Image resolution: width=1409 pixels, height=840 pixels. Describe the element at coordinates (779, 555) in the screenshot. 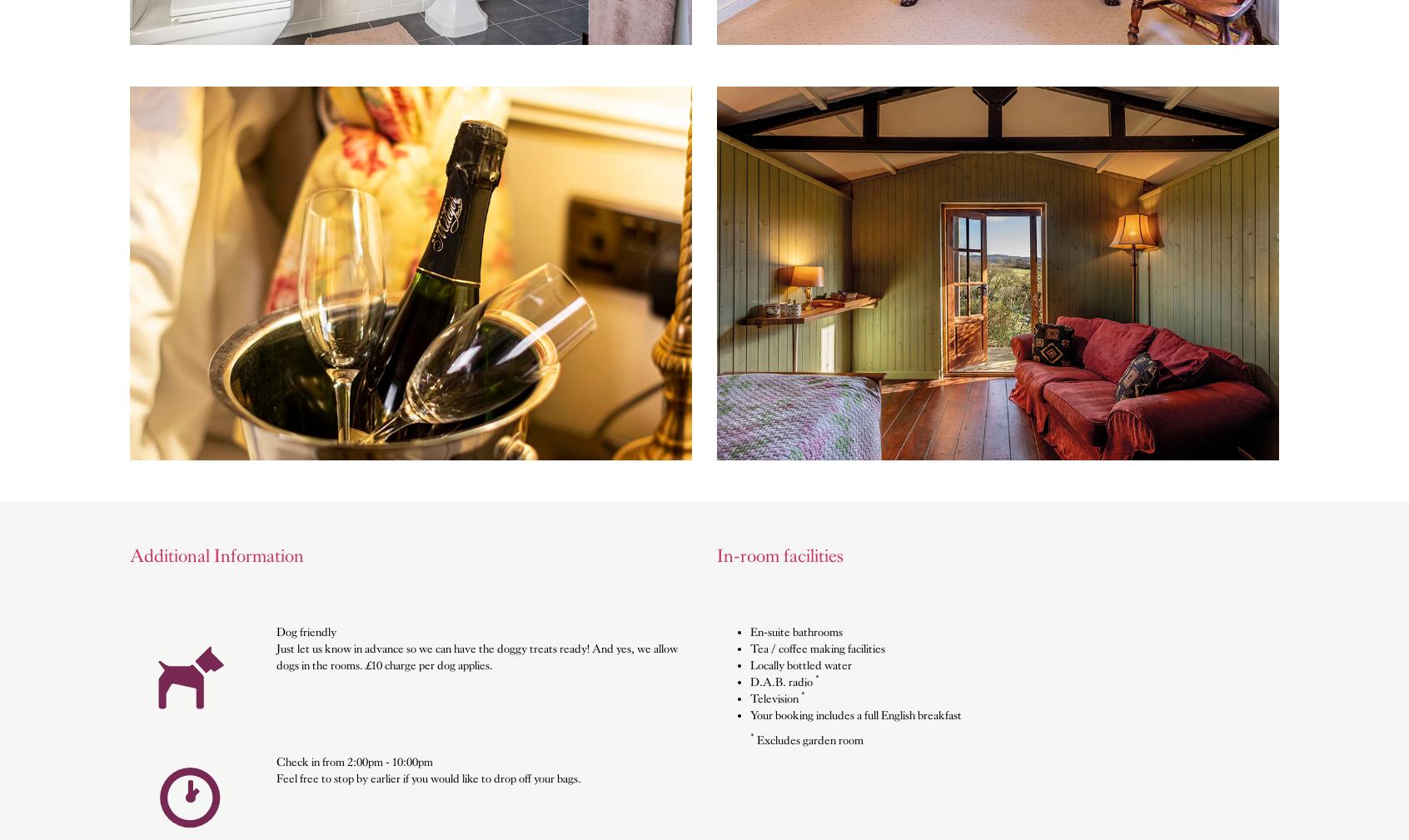

I see `'In-room facilities'` at that location.